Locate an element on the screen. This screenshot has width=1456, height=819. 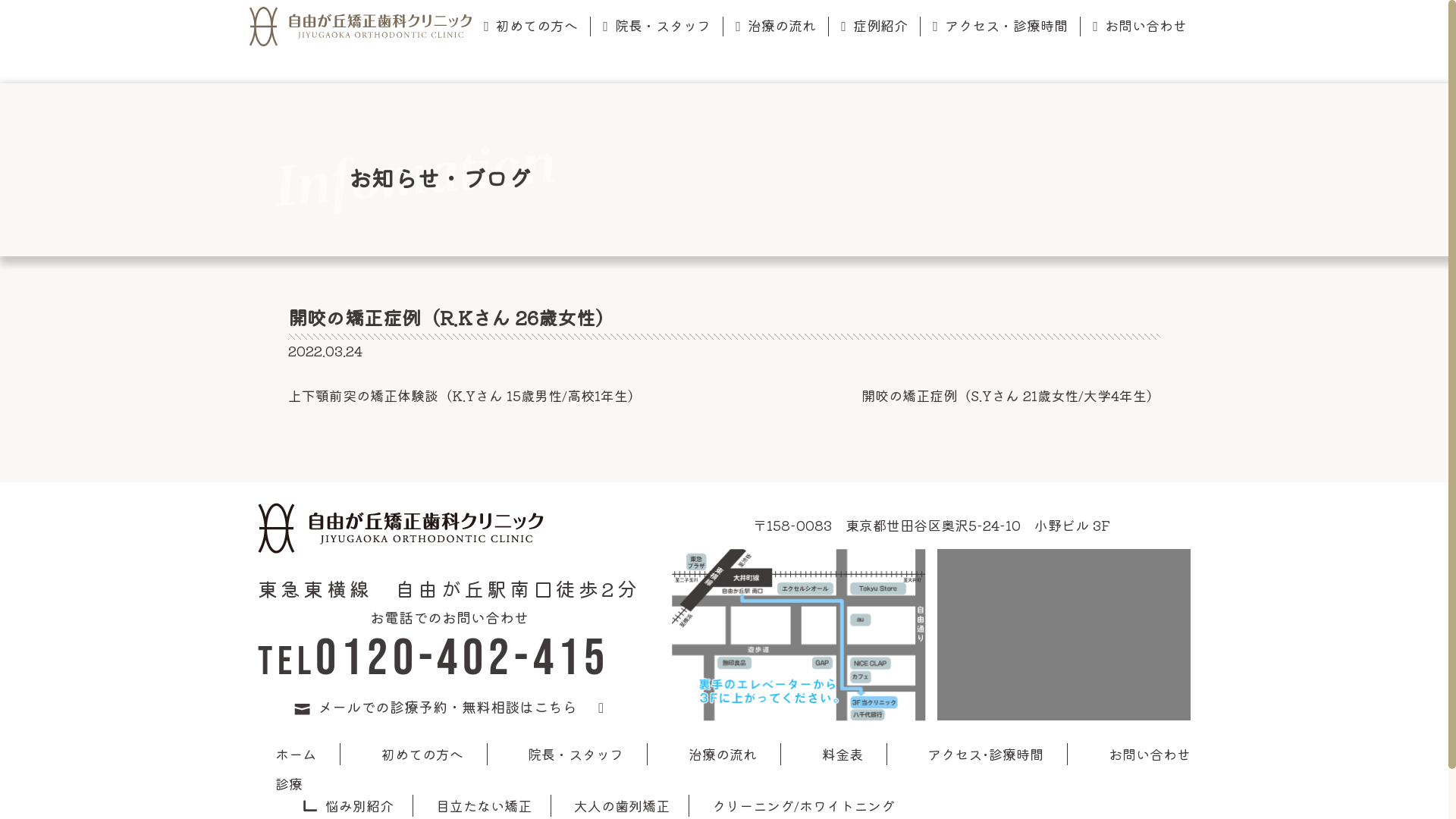
'TEL0120-402-415' is located at coordinates (432, 657).